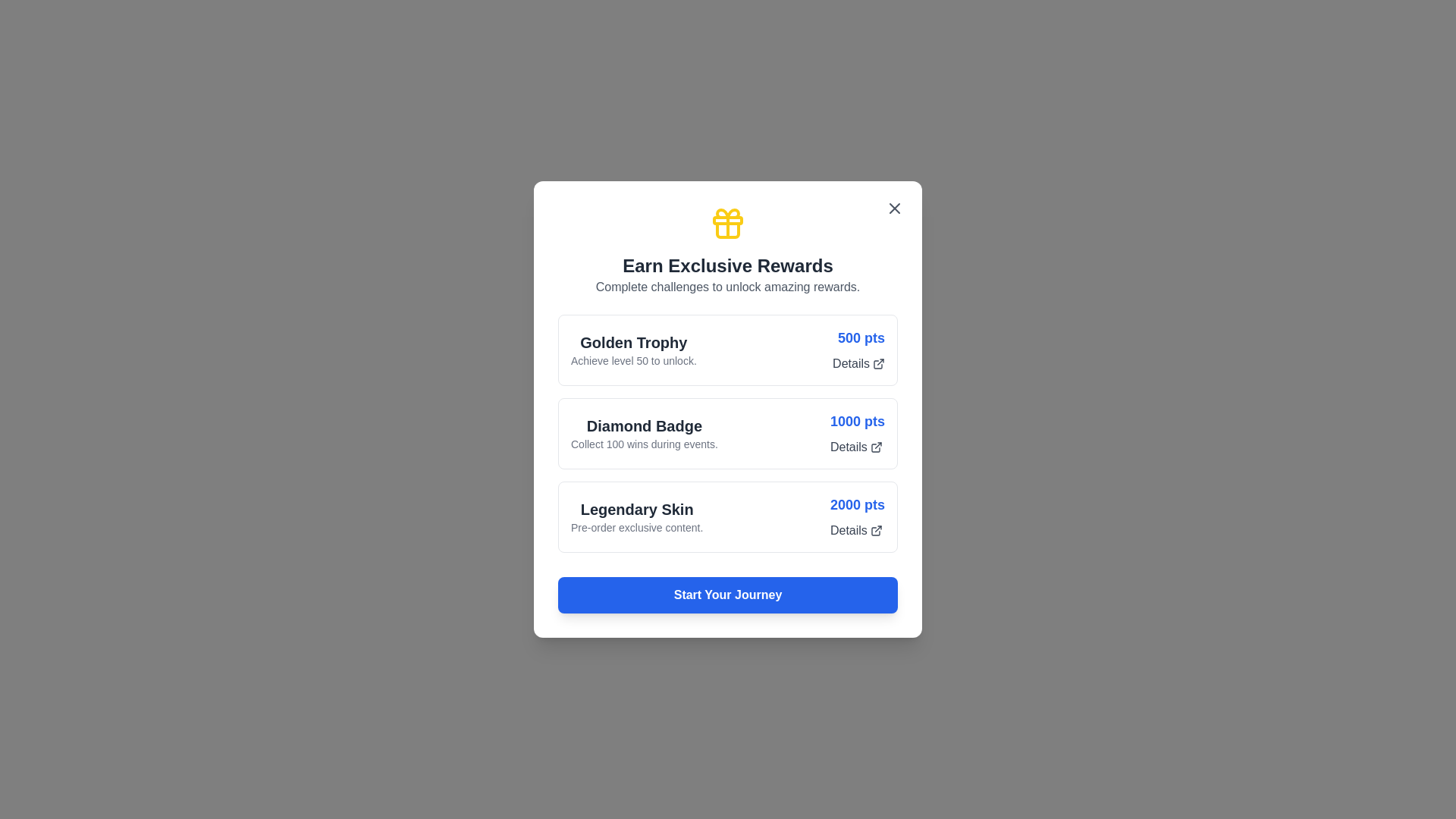 Image resolution: width=1456 pixels, height=819 pixels. I want to click on the circular button with a dark gray 'X' icon located in the top-right corner of the modal dialog, so click(895, 208).